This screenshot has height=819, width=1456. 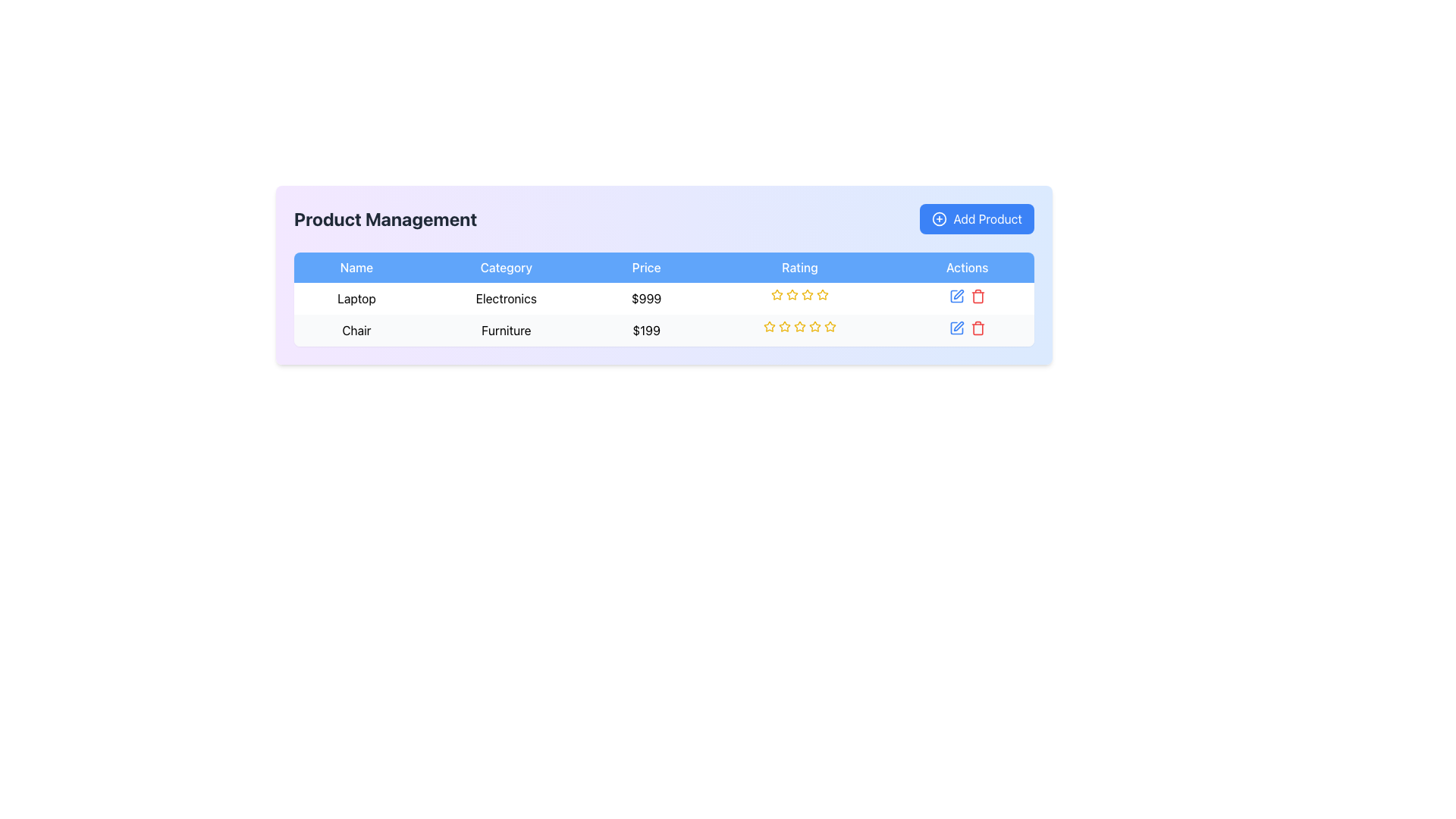 I want to click on the fifth Rating Star Icon in the 'Rating' column of the second row in the Product Management section, so click(x=829, y=325).